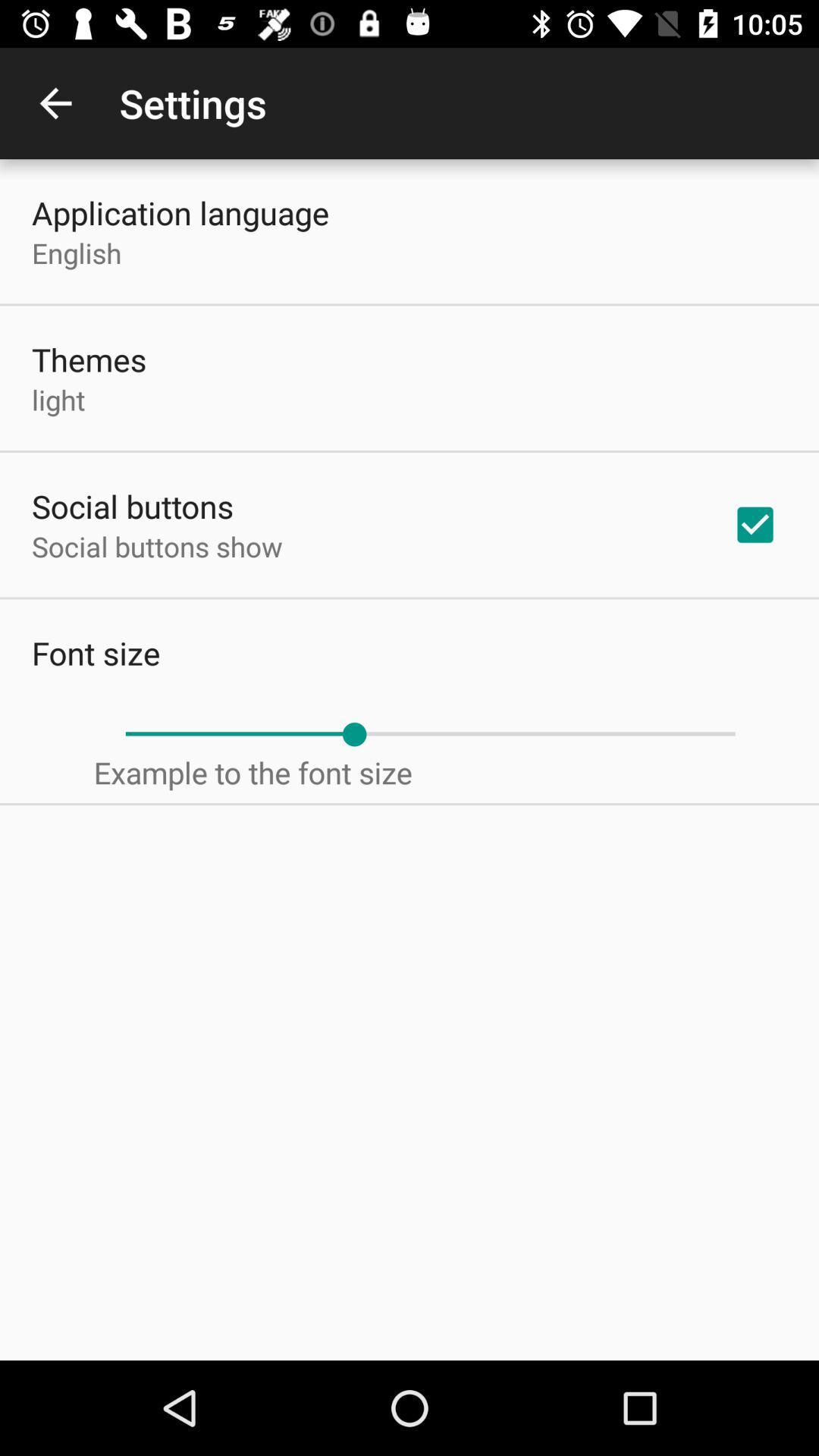 This screenshot has height=1456, width=819. What do you see at coordinates (430, 734) in the screenshot?
I see `item at the center` at bounding box center [430, 734].